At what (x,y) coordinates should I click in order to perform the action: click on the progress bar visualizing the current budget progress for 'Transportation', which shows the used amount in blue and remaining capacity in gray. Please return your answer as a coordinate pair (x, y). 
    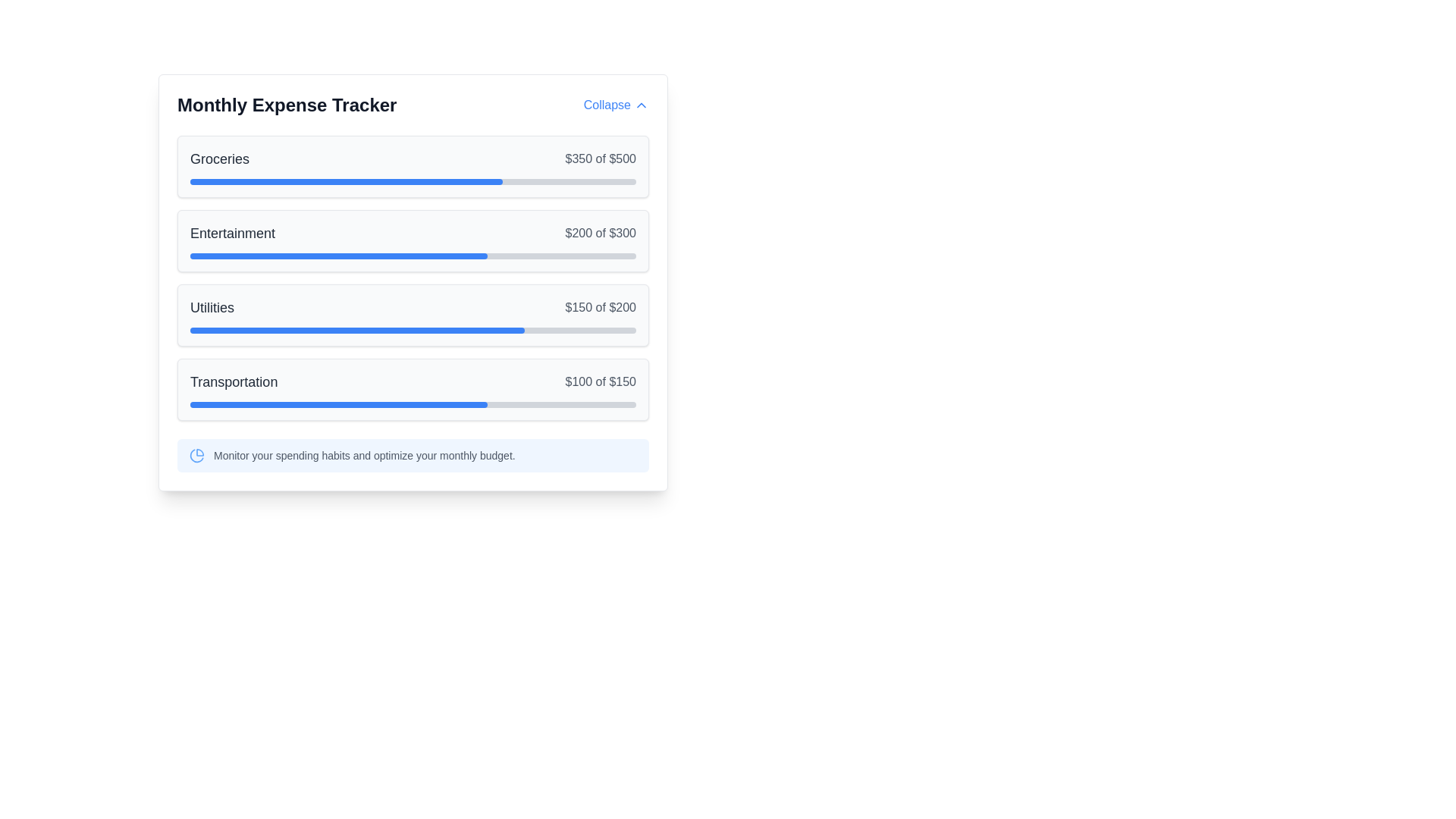
    Looking at the image, I should click on (413, 403).